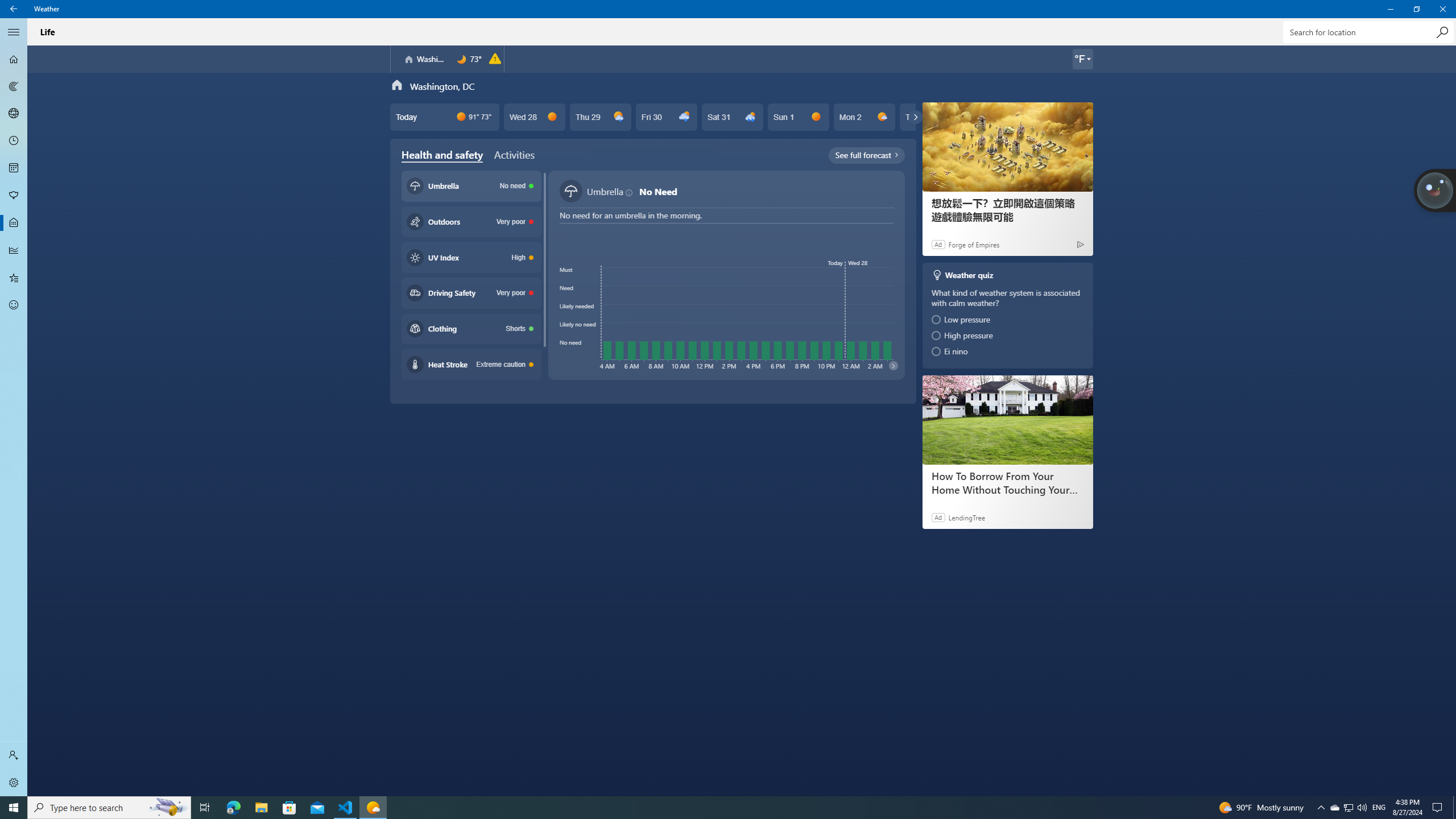 The width and height of the screenshot is (1456, 819). What do you see at coordinates (14, 141) in the screenshot?
I see `'Hourly Forecast - Not Selected'` at bounding box center [14, 141].